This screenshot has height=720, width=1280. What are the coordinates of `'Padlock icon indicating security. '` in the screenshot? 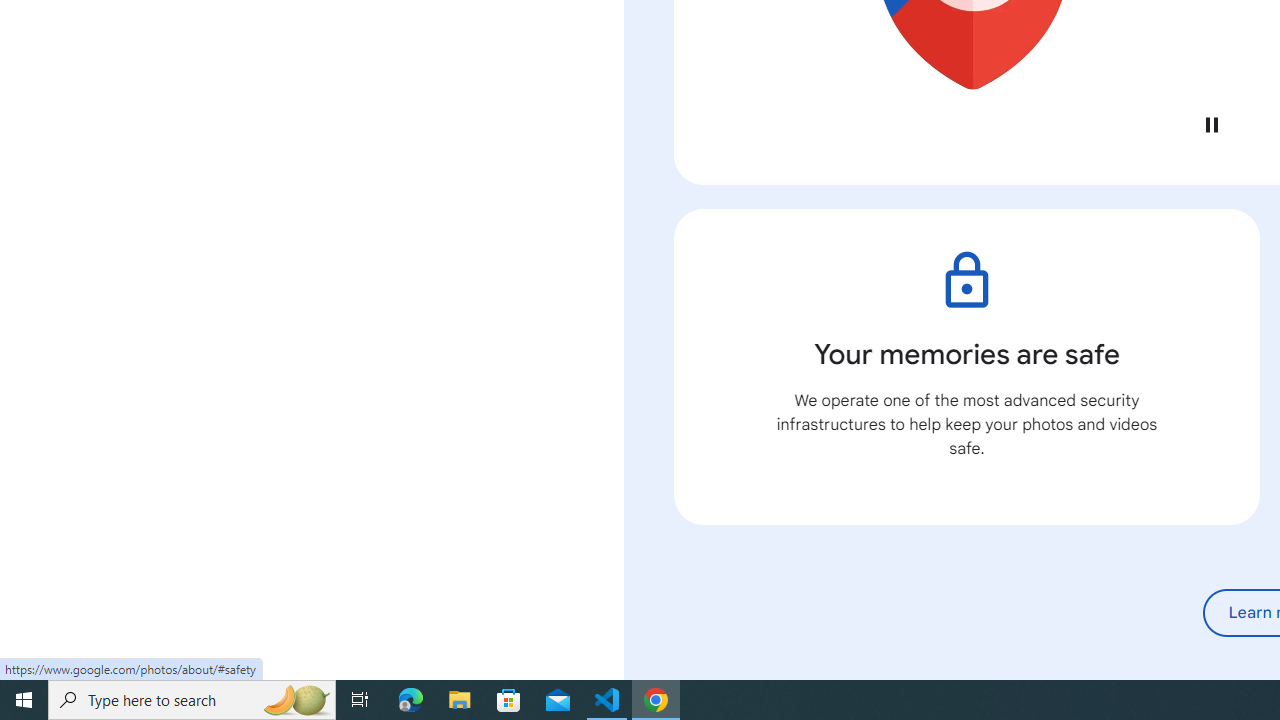 It's located at (966, 280).